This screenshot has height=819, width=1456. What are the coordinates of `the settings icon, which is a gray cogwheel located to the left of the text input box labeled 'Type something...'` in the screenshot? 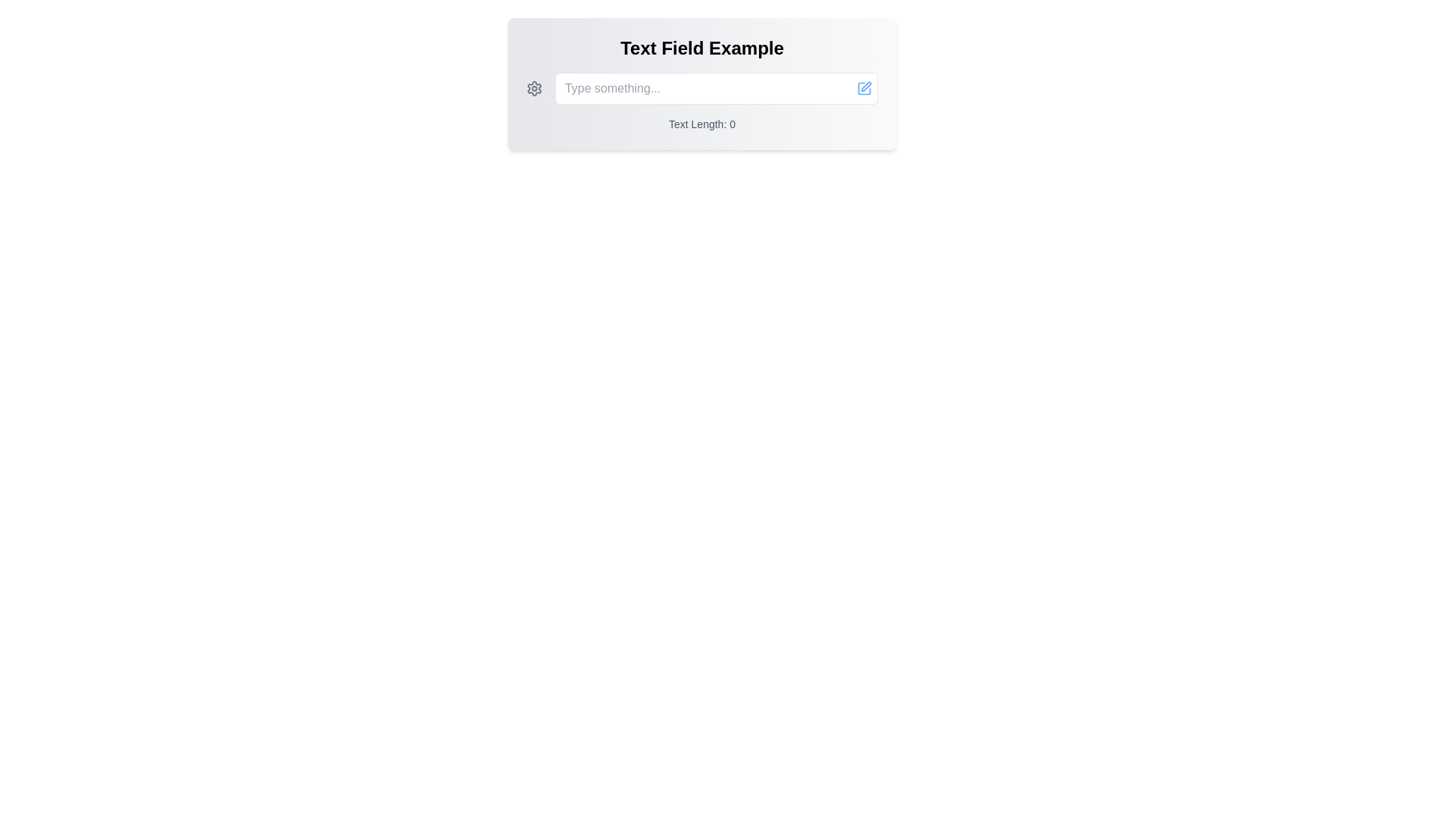 It's located at (535, 88).